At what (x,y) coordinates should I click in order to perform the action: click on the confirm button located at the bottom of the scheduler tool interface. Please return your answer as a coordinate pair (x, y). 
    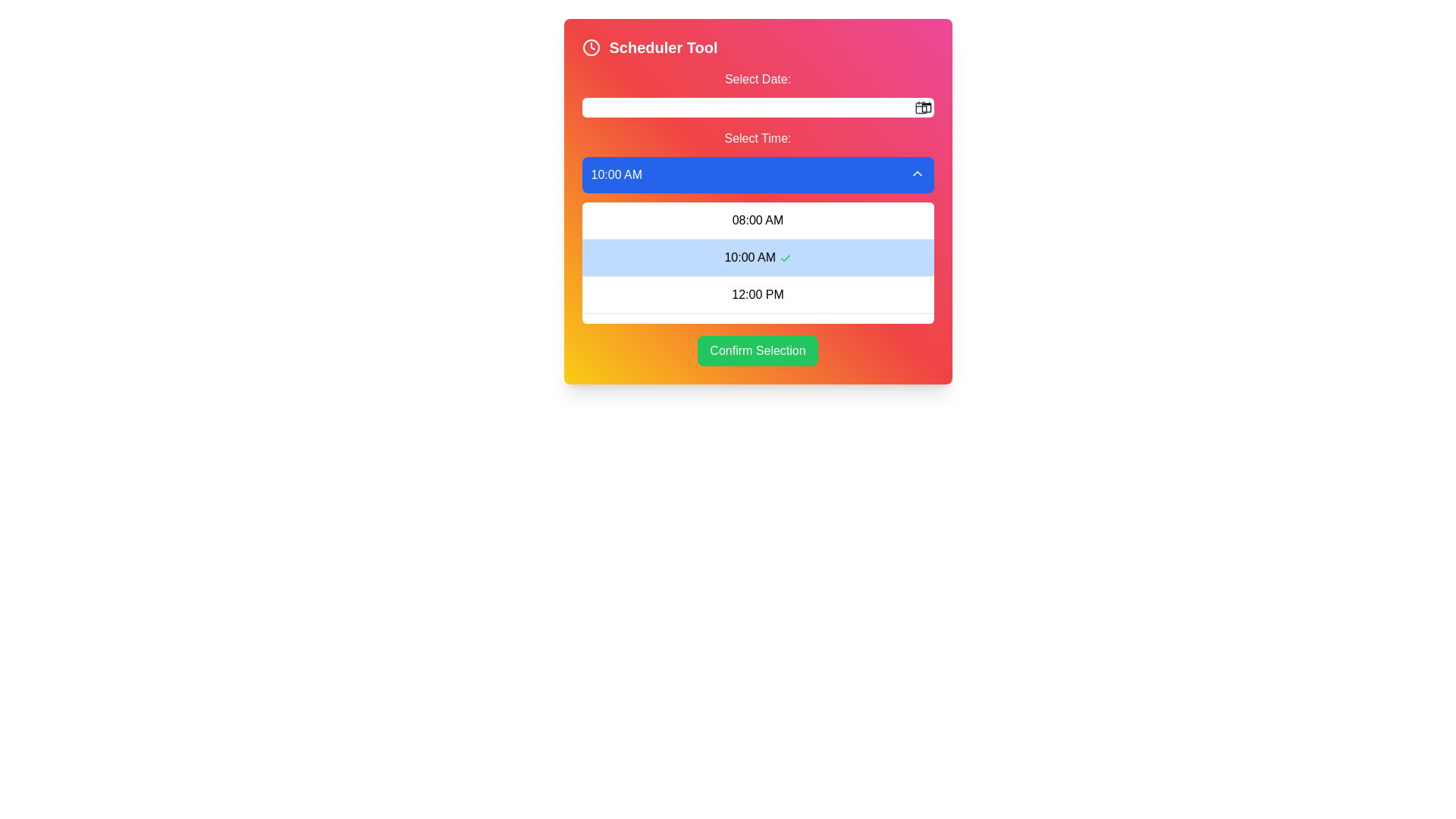
    Looking at the image, I should click on (758, 350).